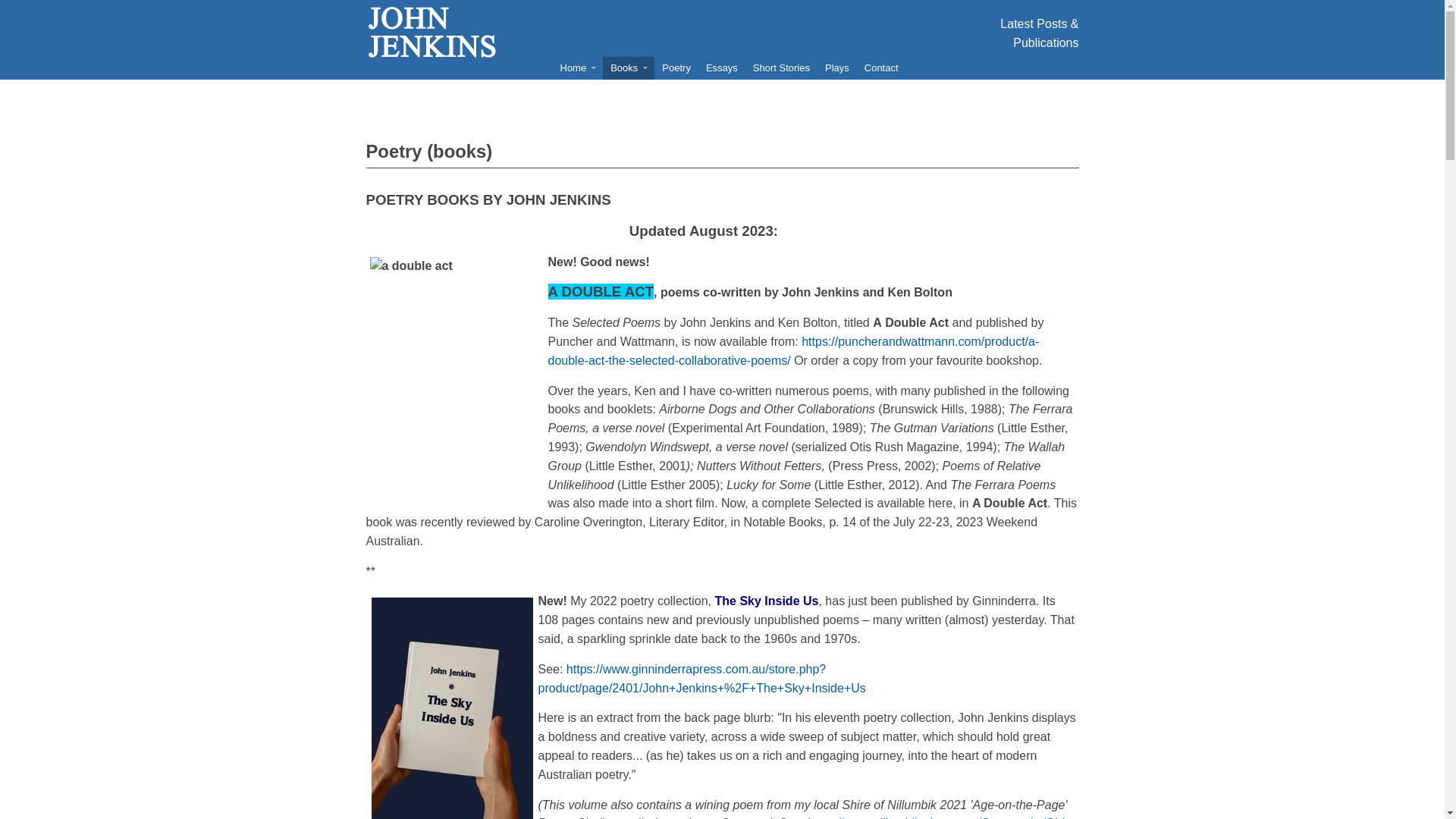 The width and height of the screenshot is (1456, 819). What do you see at coordinates (1038, 33) in the screenshot?
I see `'Latest Posts & Publications'` at bounding box center [1038, 33].